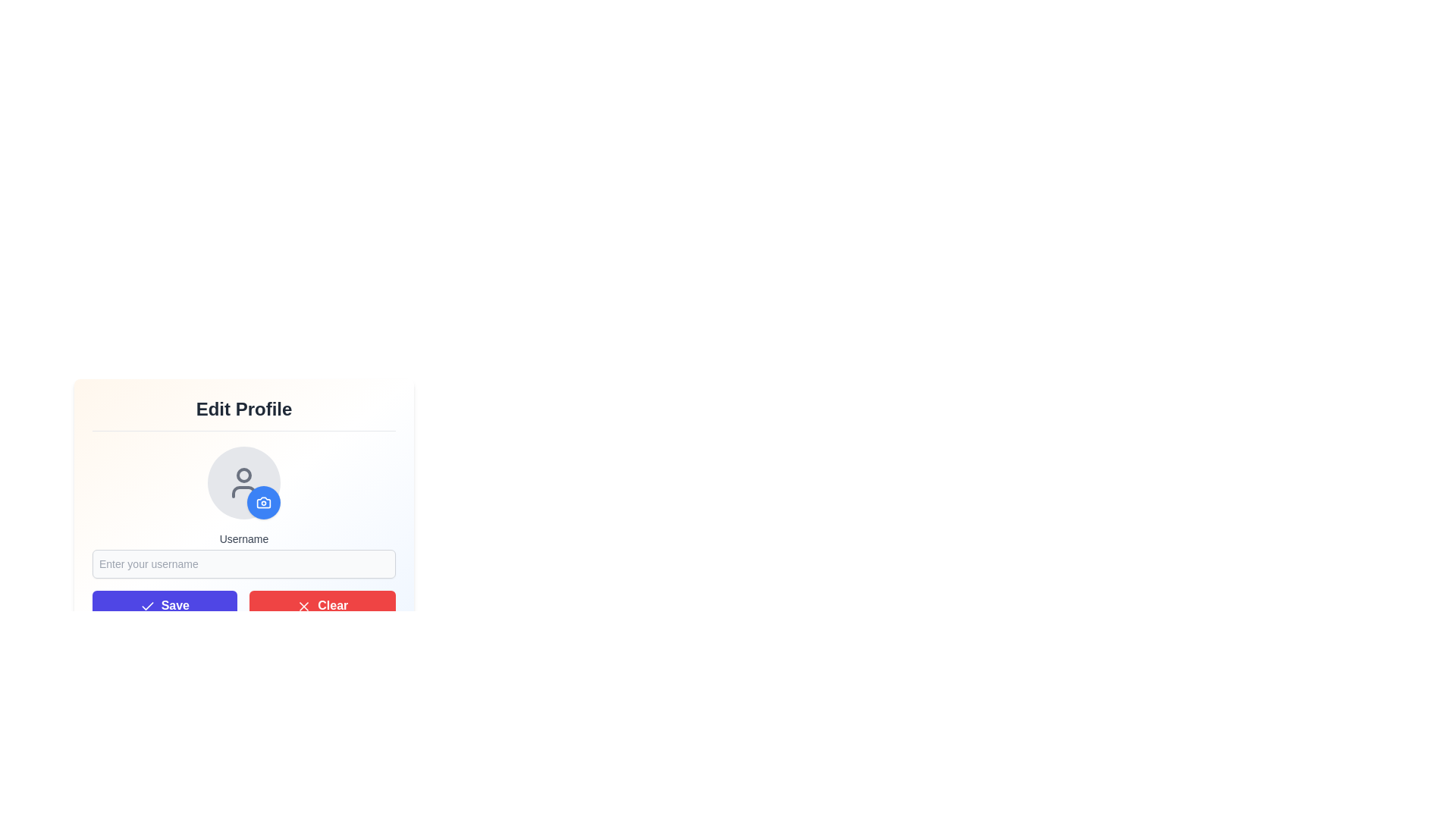  Describe the element at coordinates (322, 604) in the screenshot. I see `the red 'Clear' button labeled with white text and a white 'X' icon to clear input` at that location.